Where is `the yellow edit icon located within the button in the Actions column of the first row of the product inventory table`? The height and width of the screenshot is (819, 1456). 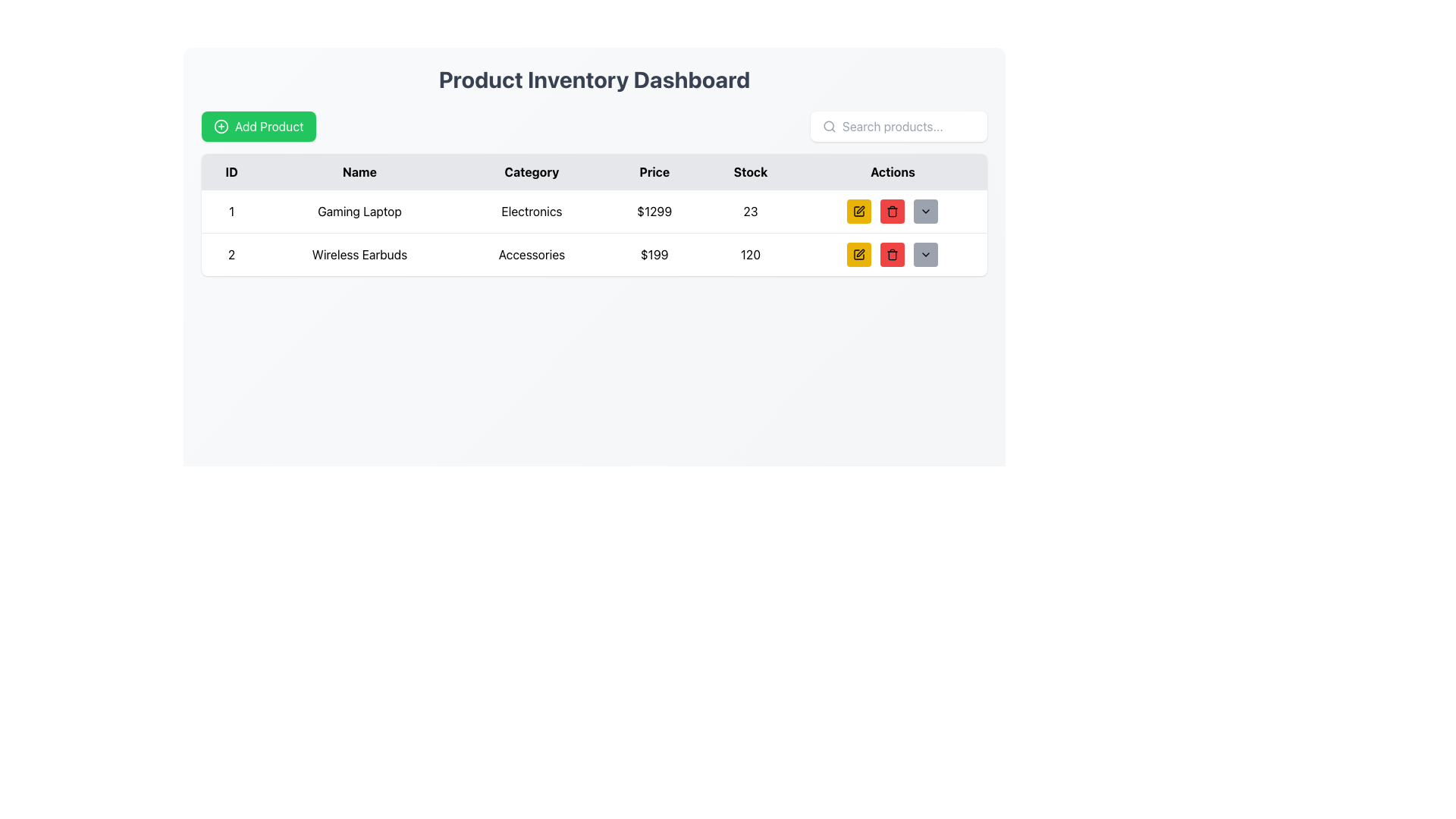 the yellow edit icon located within the button in the Actions column of the first row of the product inventory table is located at coordinates (861, 210).